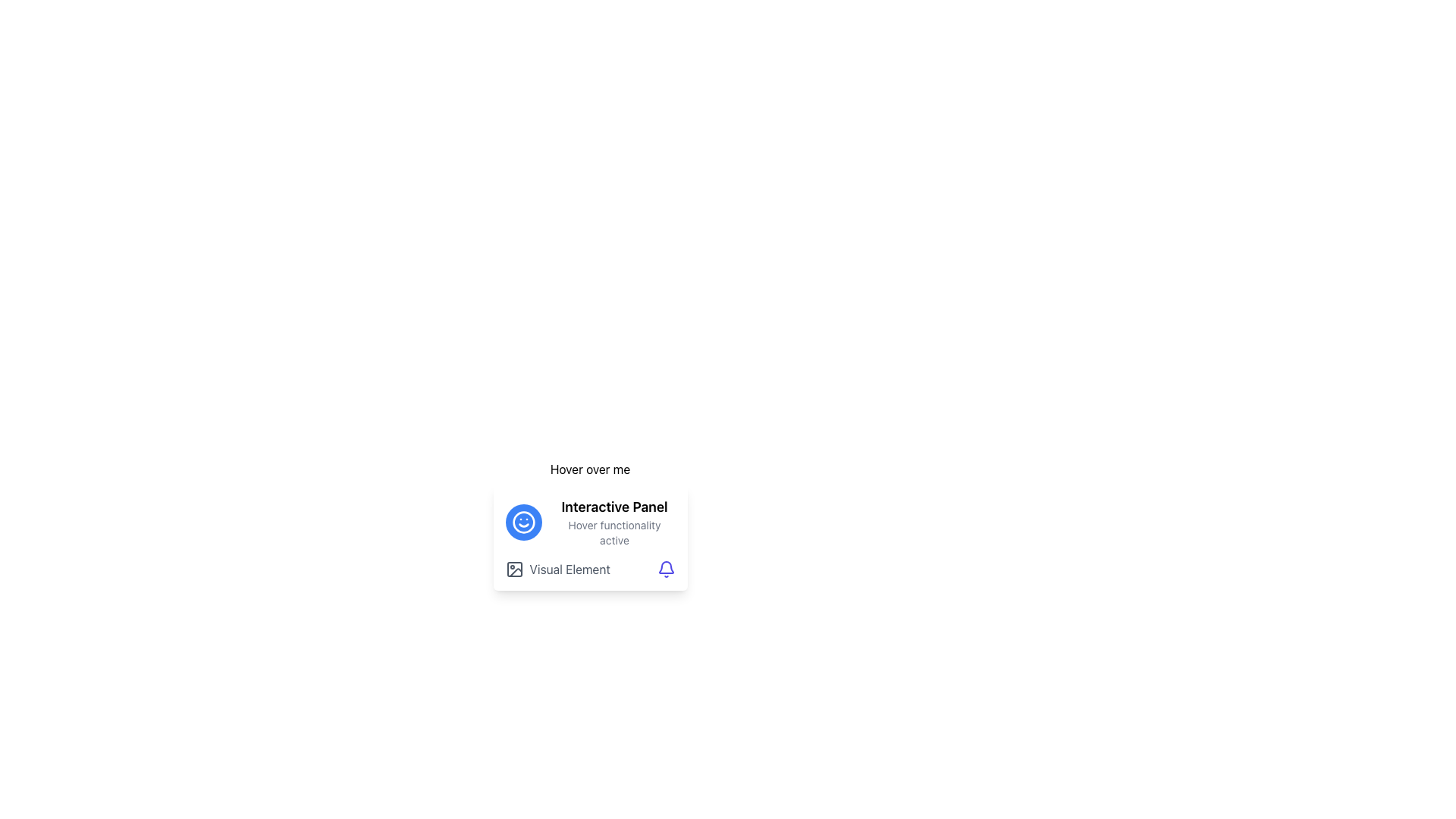 This screenshot has height=819, width=1456. I want to click on the Informational Panel, which features a white background, rounded corners, and the heading 'Interactive Panel', so click(589, 537).